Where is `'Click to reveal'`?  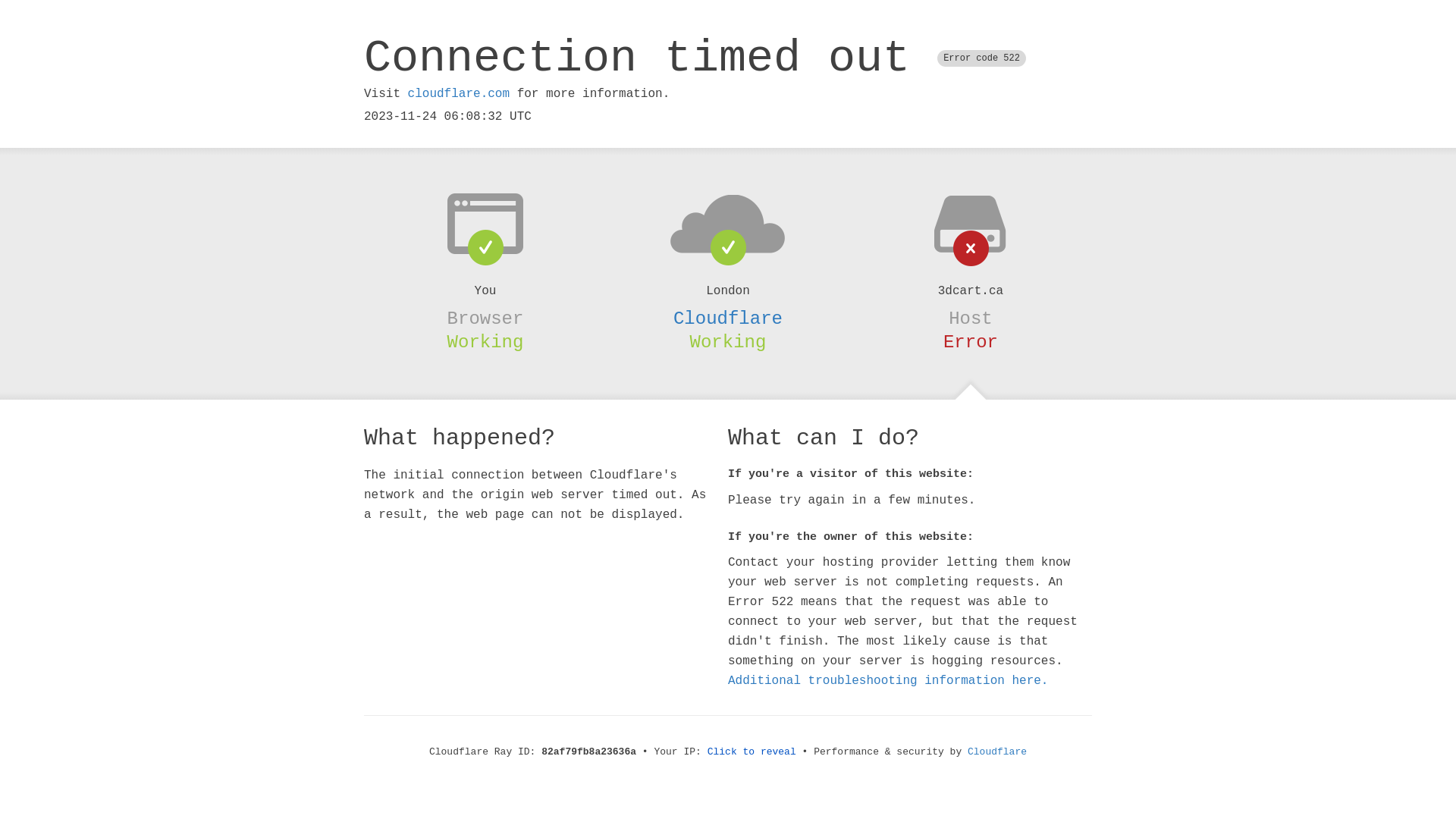 'Click to reveal' is located at coordinates (752, 752).